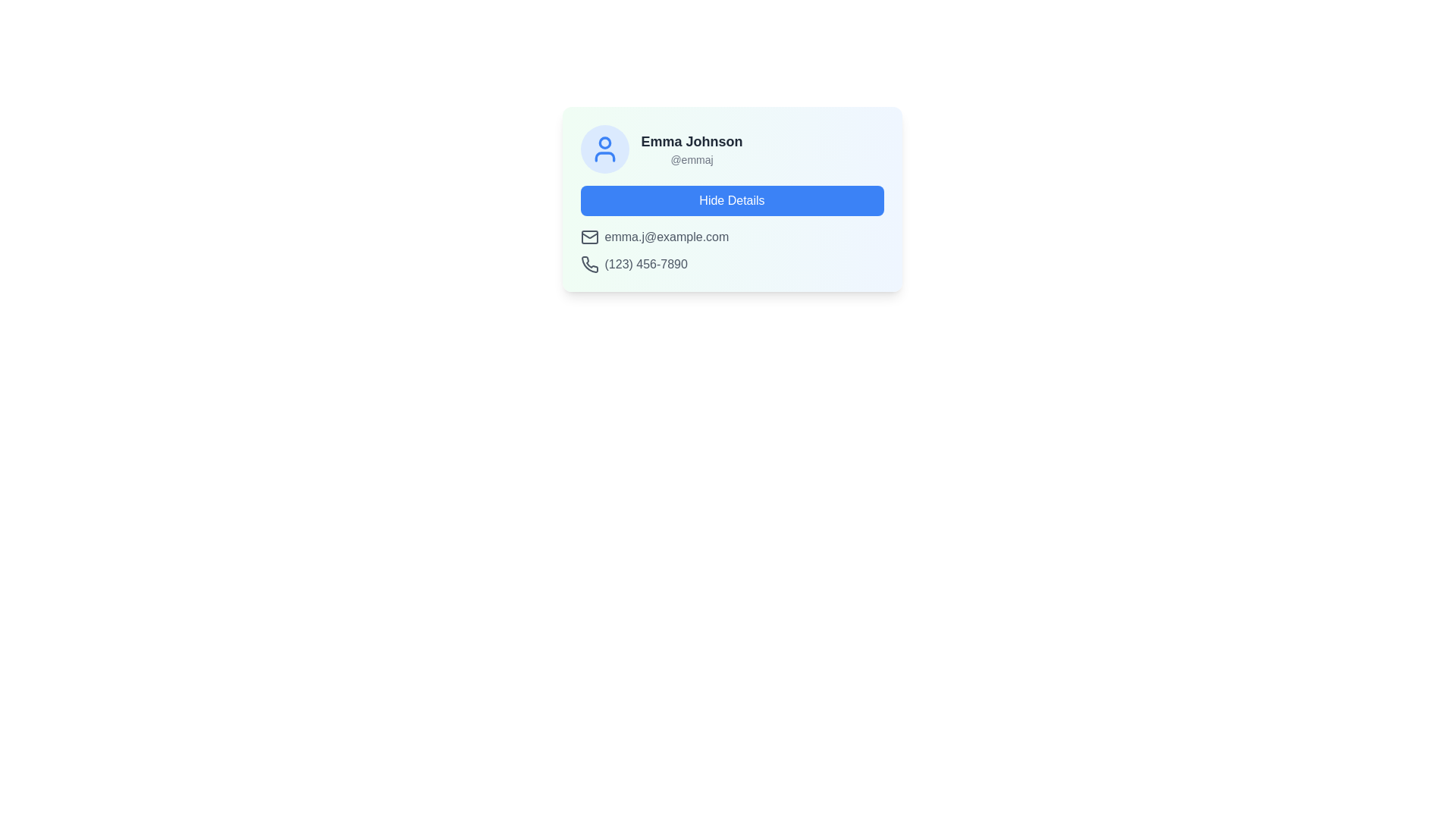 This screenshot has height=819, width=1456. I want to click on the blue rectangular button labeled 'Hide Details' located in the user profile card to hide the details, so click(732, 200).